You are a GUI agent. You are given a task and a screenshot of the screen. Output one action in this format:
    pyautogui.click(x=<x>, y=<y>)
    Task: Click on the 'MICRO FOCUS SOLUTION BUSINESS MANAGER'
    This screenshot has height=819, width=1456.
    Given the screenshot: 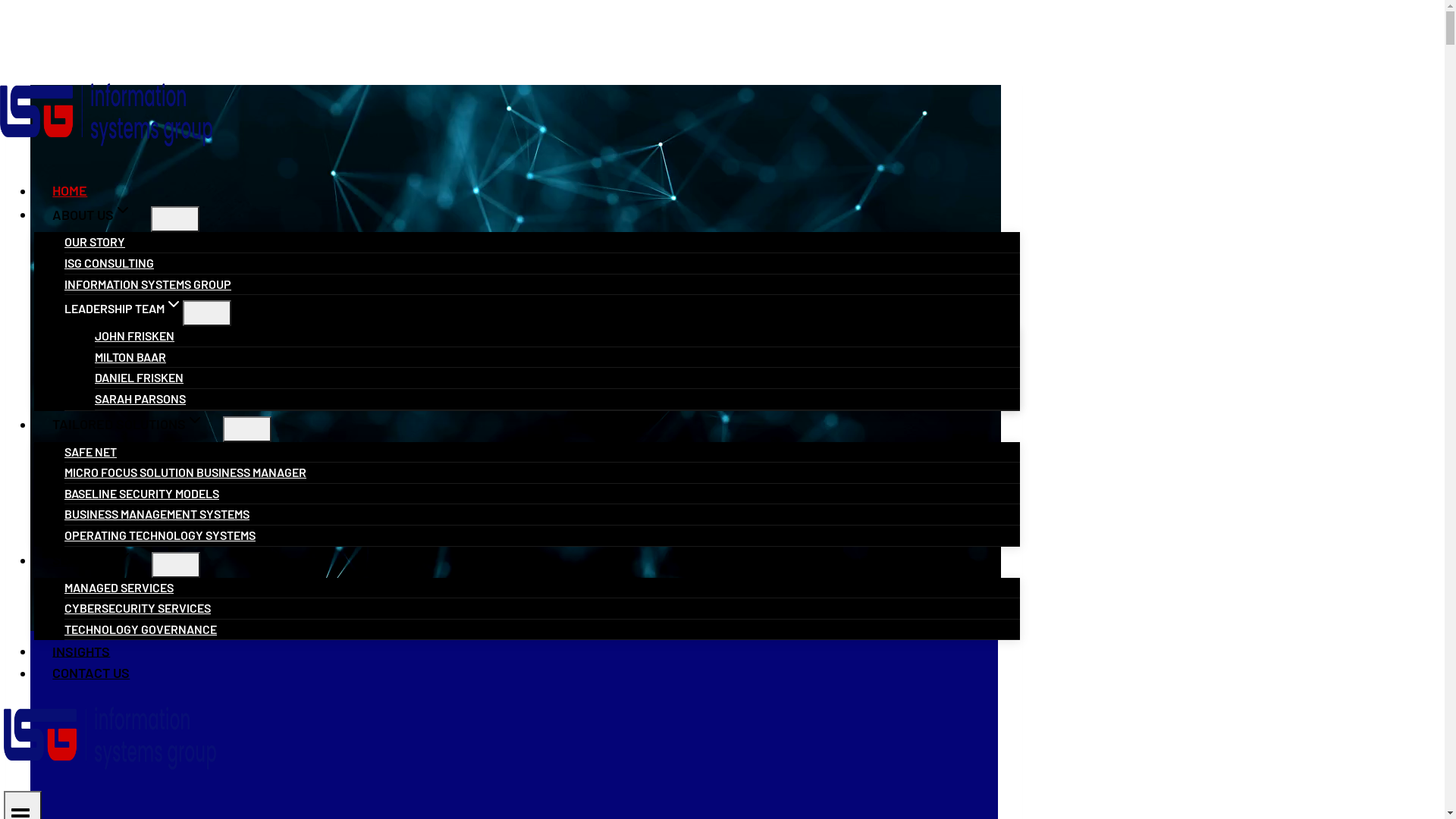 What is the action you would take?
    pyautogui.click(x=184, y=471)
    